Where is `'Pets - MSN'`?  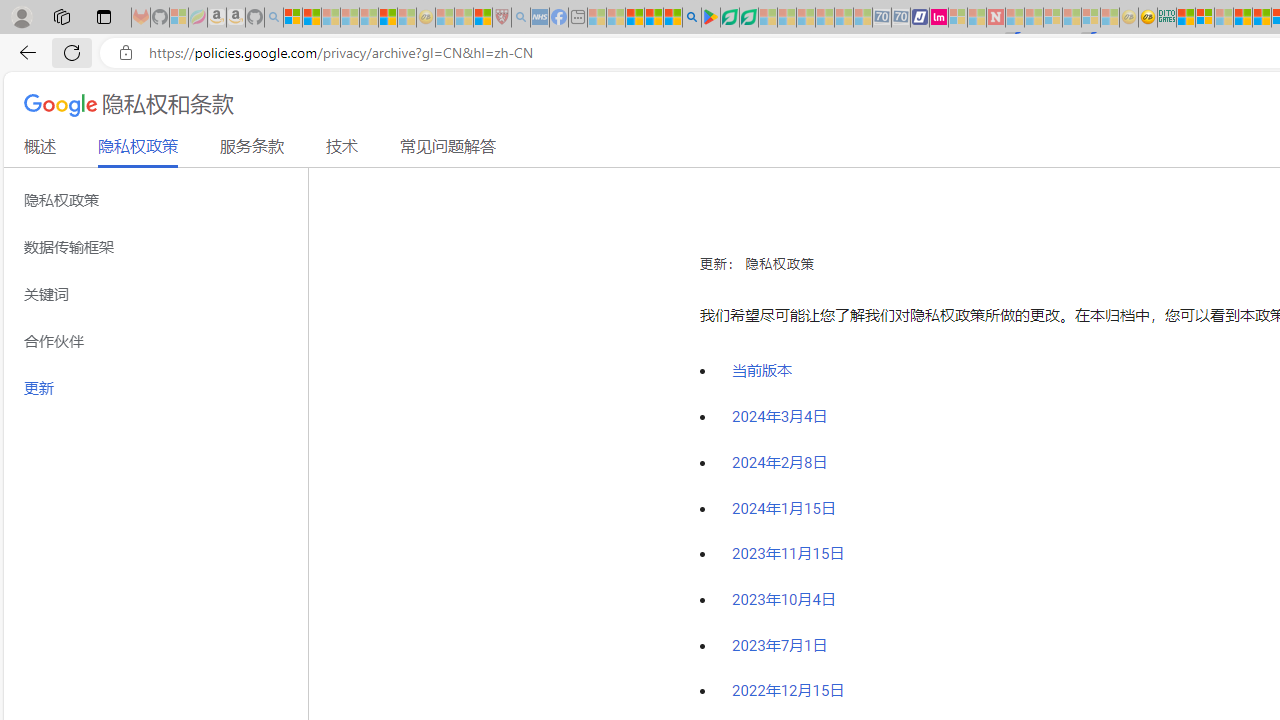 'Pets - MSN' is located at coordinates (654, 17).